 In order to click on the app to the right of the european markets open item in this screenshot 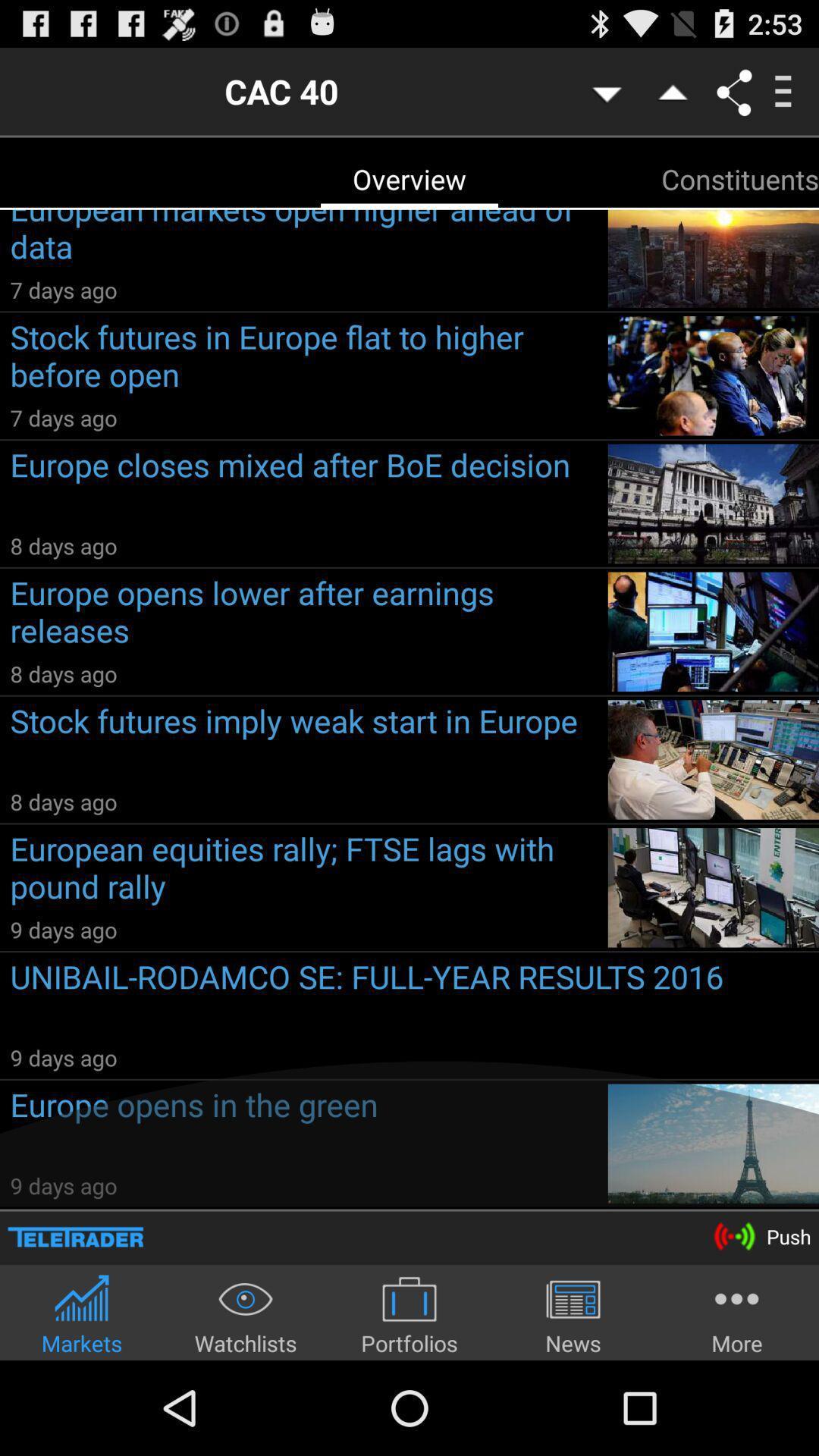, I will do `click(739, 179)`.